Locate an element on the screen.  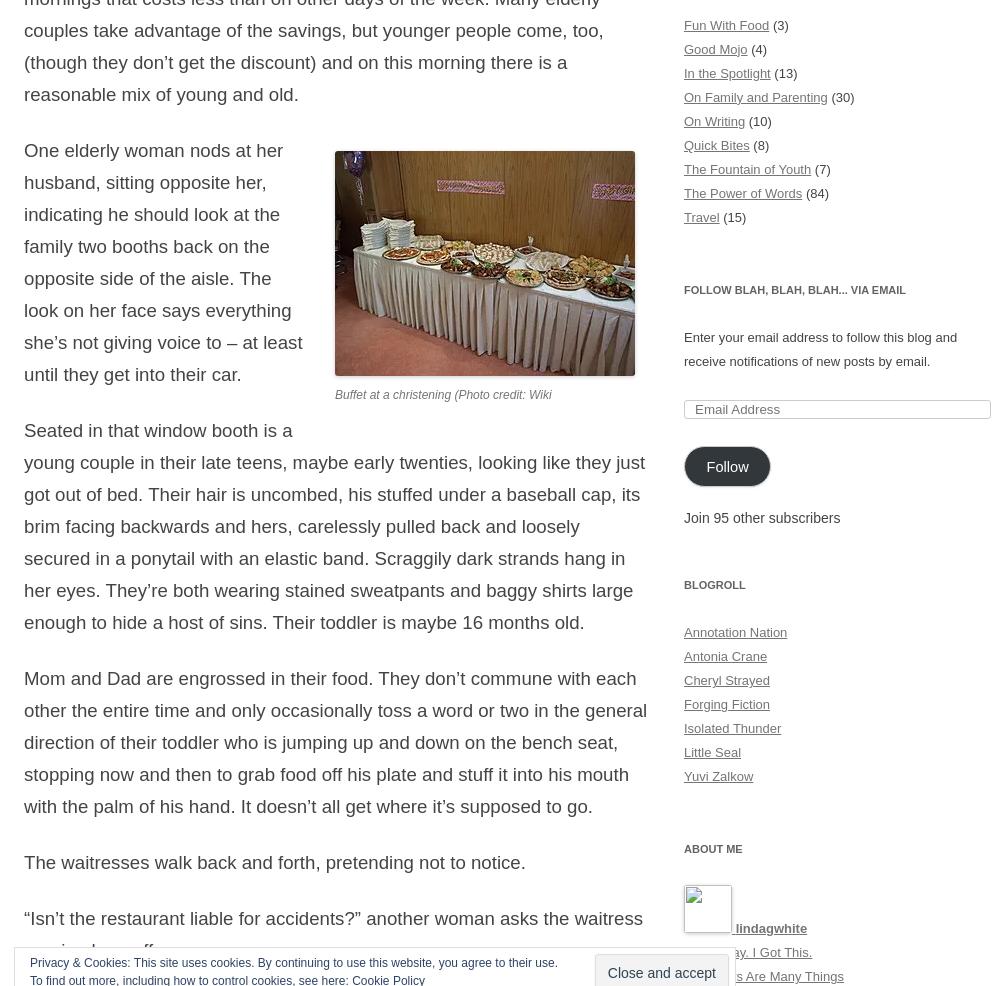
'(84)' is located at coordinates (801, 191).